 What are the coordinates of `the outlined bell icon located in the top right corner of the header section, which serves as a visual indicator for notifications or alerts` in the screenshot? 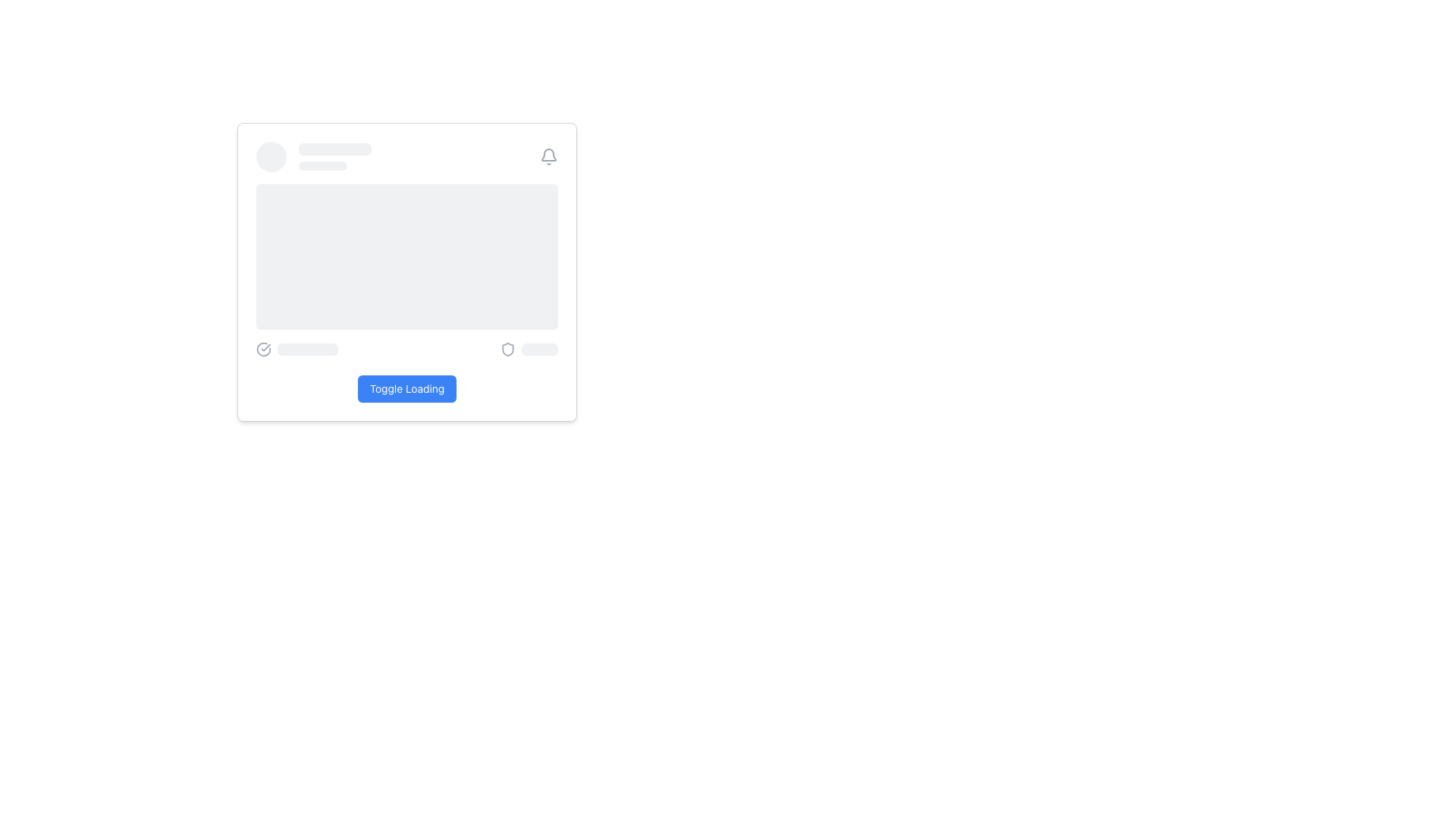 It's located at (548, 157).